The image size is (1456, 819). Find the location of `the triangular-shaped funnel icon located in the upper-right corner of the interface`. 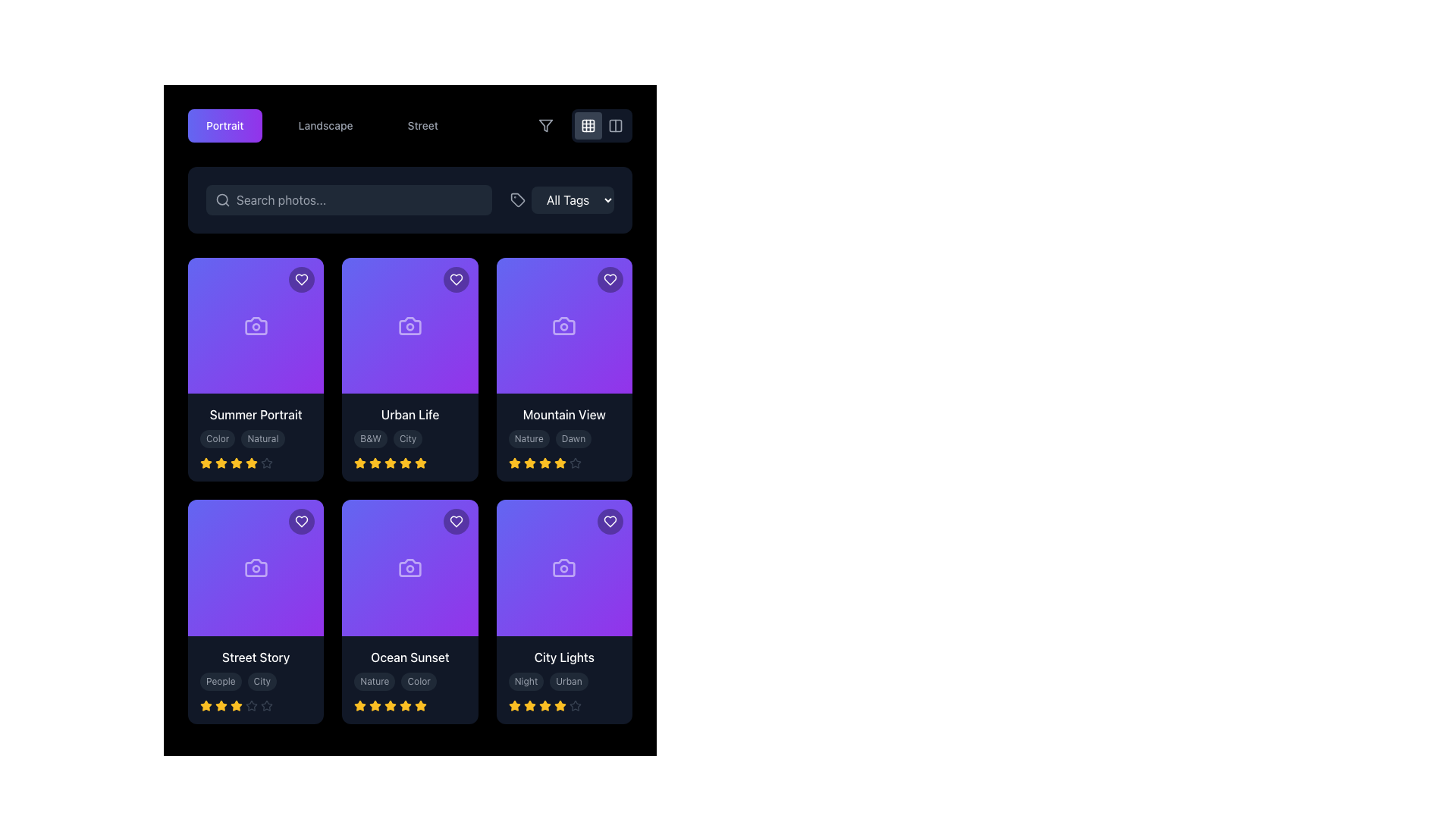

the triangular-shaped funnel icon located in the upper-right corner of the interface is located at coordinates (546, 124).